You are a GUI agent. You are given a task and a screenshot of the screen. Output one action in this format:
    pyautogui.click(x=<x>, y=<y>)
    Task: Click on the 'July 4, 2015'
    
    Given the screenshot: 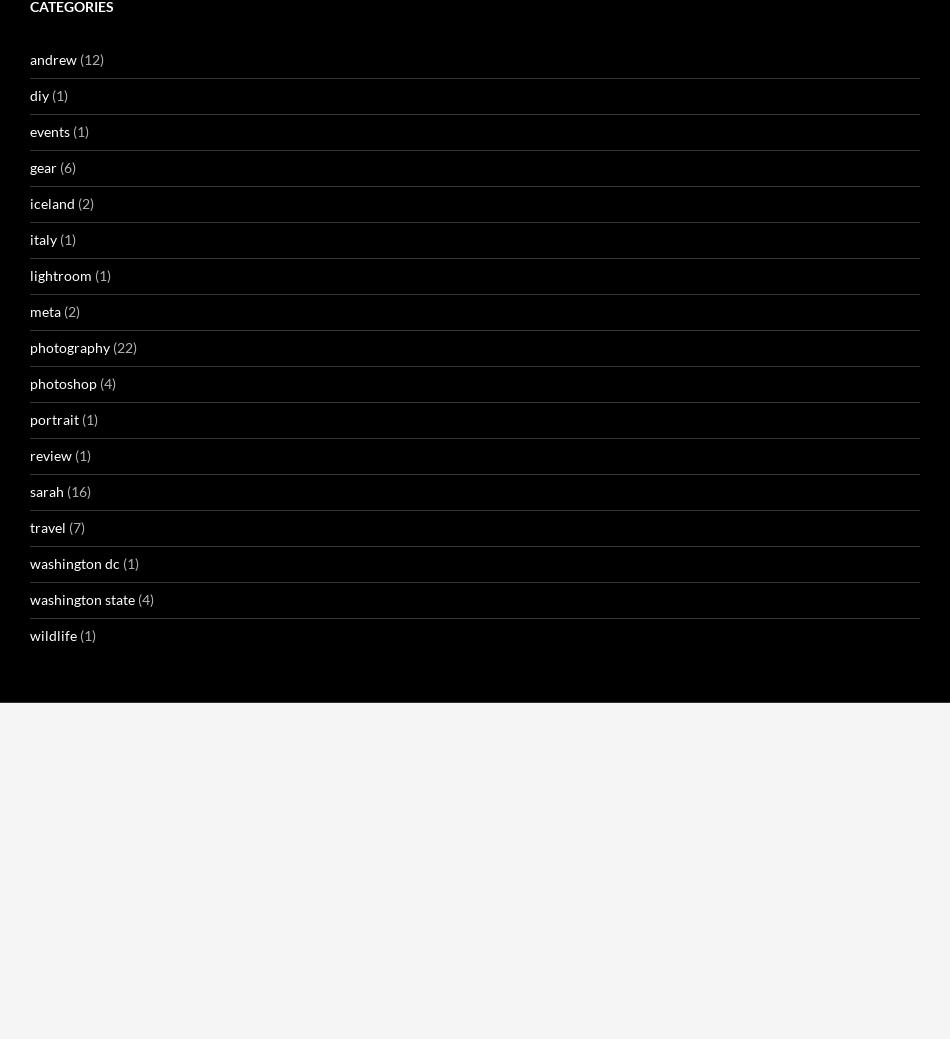 What is the action you would take?
    pyautogui.click(x=288, y=1000)
    